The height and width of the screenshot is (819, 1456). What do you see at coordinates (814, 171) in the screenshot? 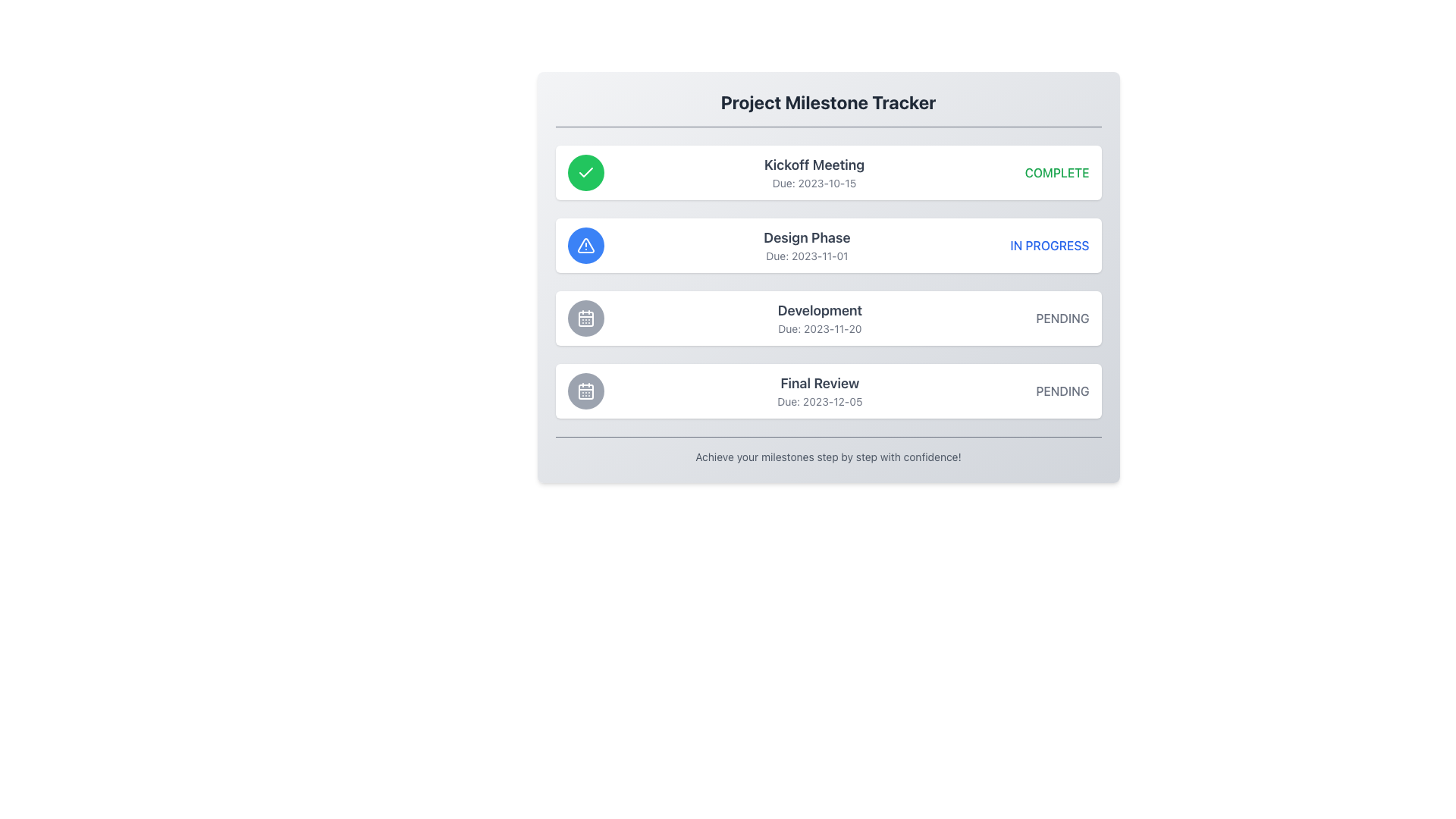
I see `the text label that displays 'Kickoff Meeting' and 'Due: 2023-10-15', located within the card structure labeled 'Kickoff Meeting Due: 2023-10-15 COMPLETE'` at bounding box center [814, 171].